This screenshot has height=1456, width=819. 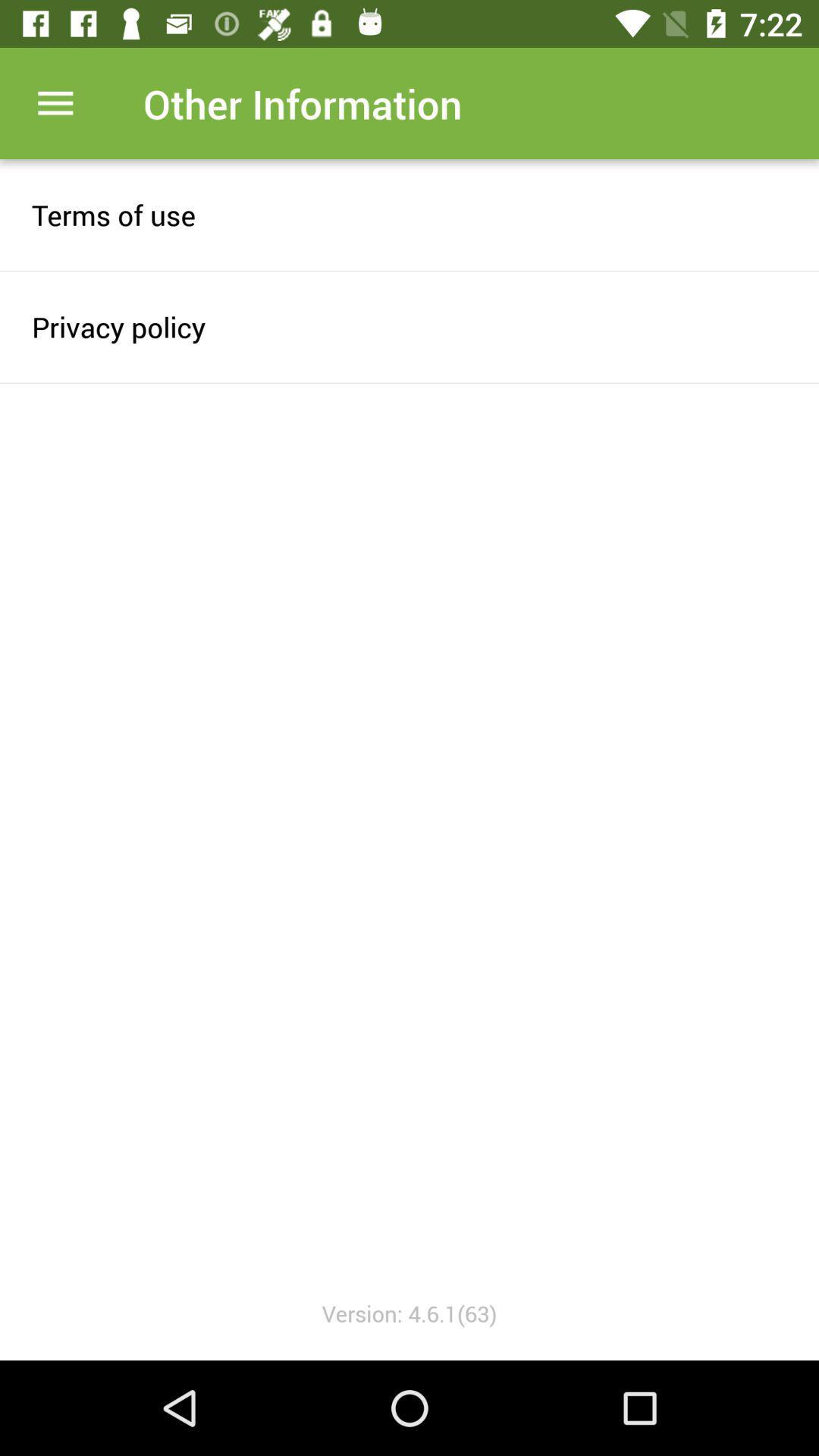 What do you see at coordinates (55, 102) in the screenshot?
I see `drop menu` at bounding box center [55, 102].